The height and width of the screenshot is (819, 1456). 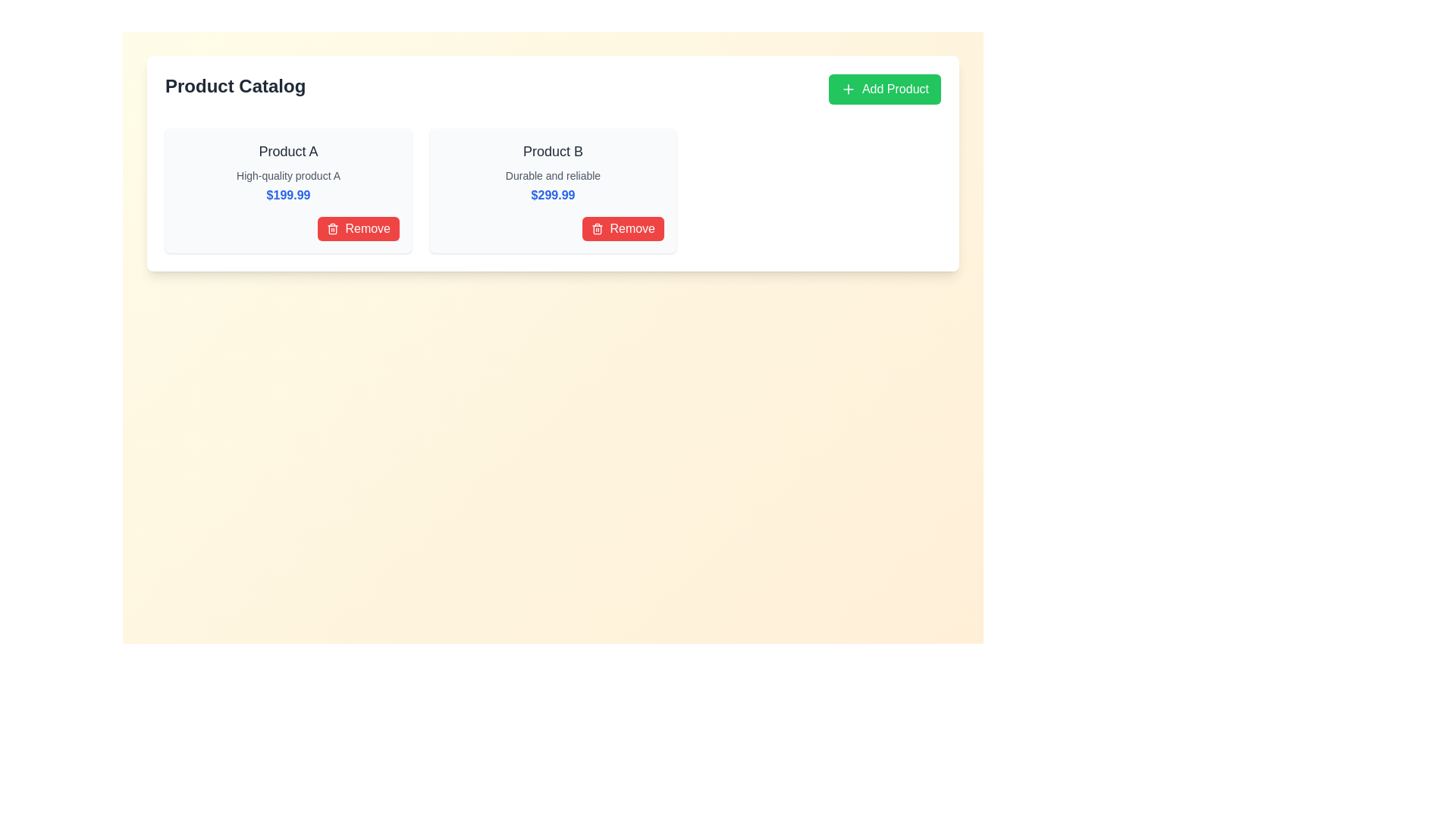 I want to click on the red button with rounded edges labeled 'Remove' that is located on the right side of the card for 'Product B' in the 'Product Catalog' section, so click(x=623, y=228).